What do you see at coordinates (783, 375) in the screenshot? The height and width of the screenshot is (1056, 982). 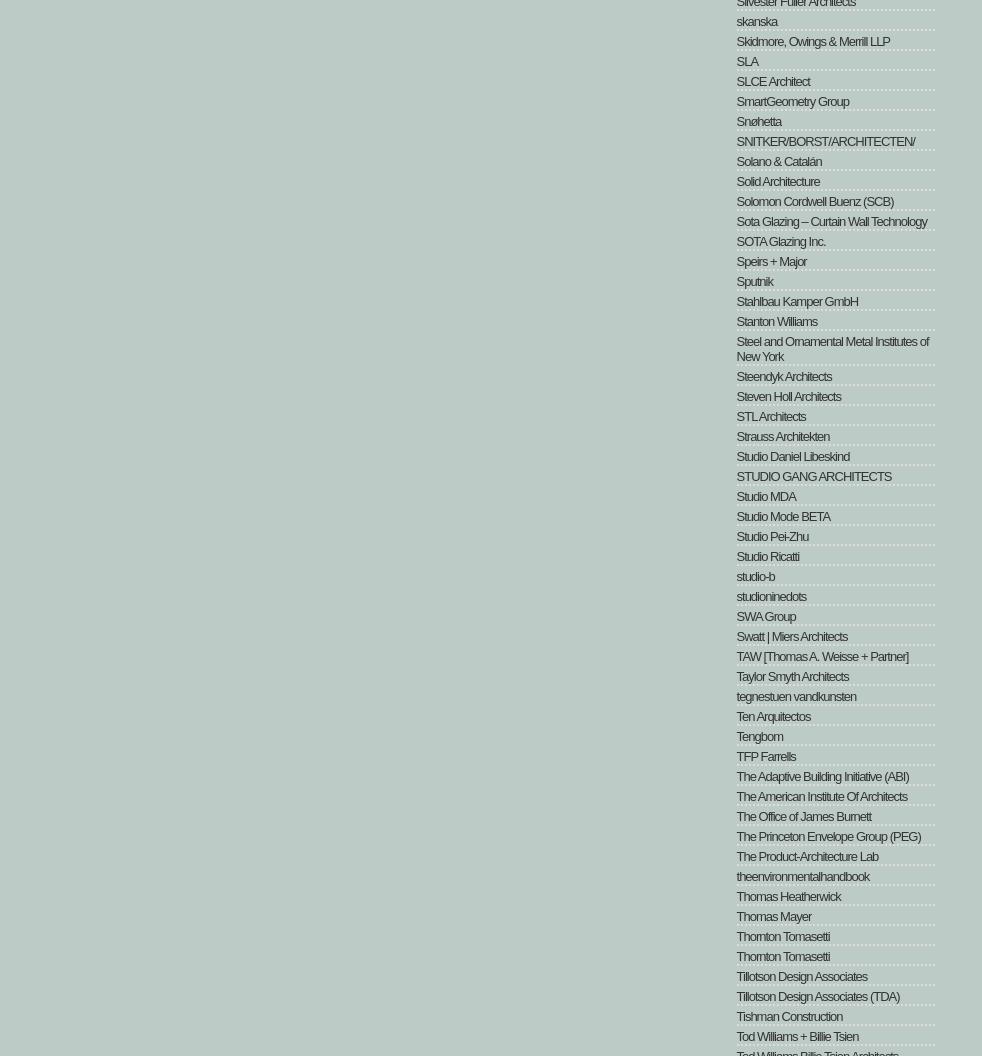 I see `'Steendyk Architects'` at bounding box center [783, 375].